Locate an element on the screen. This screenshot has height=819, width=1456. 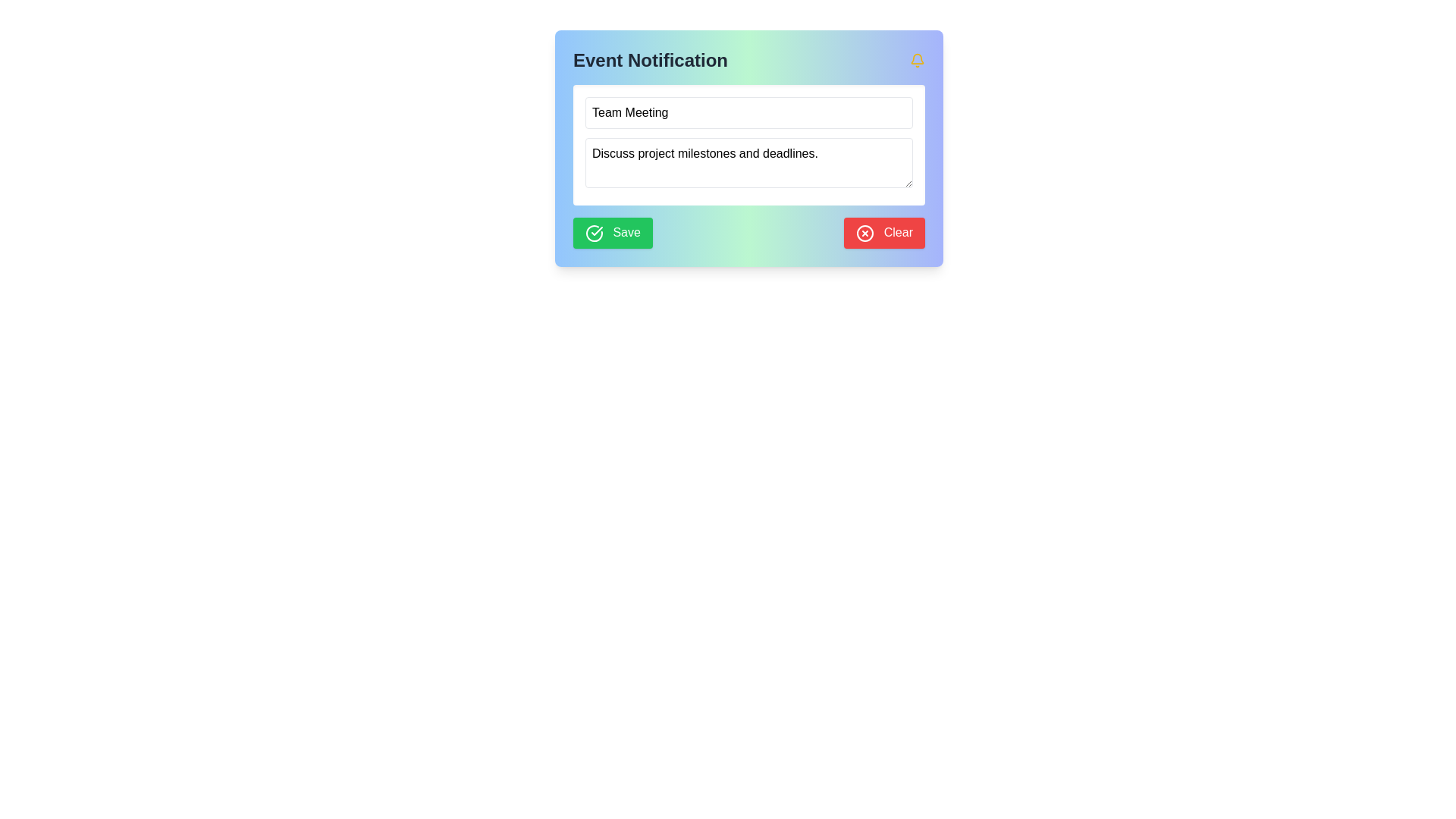
the multiline text input field with the placeholder 'Discuss project milestones and deadlines' located below the 'Team Meeting' label is located at coordinates (749, 145).